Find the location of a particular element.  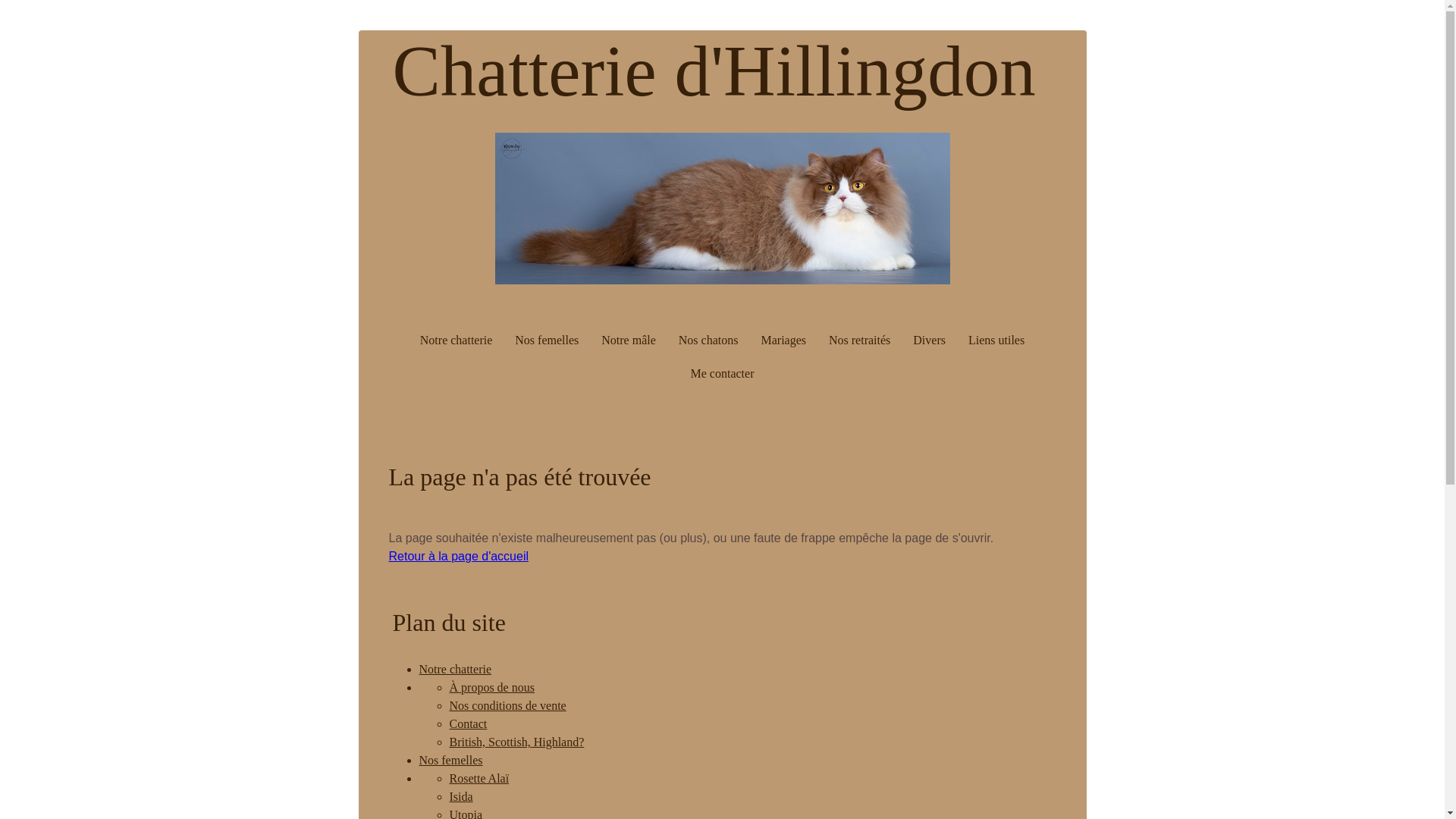

'Isida' is located at coordinates (447, 795).